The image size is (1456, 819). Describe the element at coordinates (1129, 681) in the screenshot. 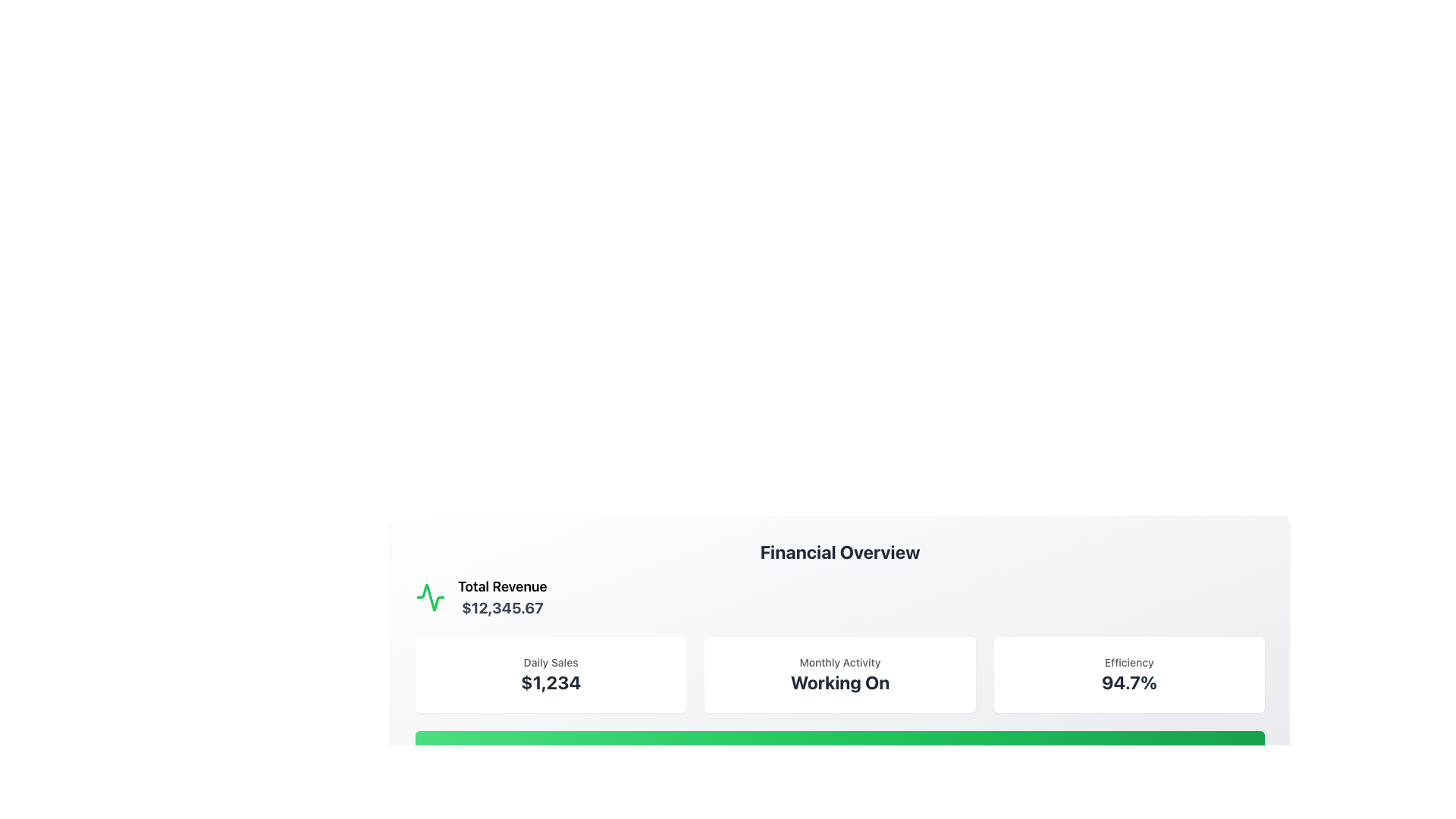

I see `the text content displaying a percentage value related to performance metrics located below 'Efficiency' in the Financial Overview panel` at that location.